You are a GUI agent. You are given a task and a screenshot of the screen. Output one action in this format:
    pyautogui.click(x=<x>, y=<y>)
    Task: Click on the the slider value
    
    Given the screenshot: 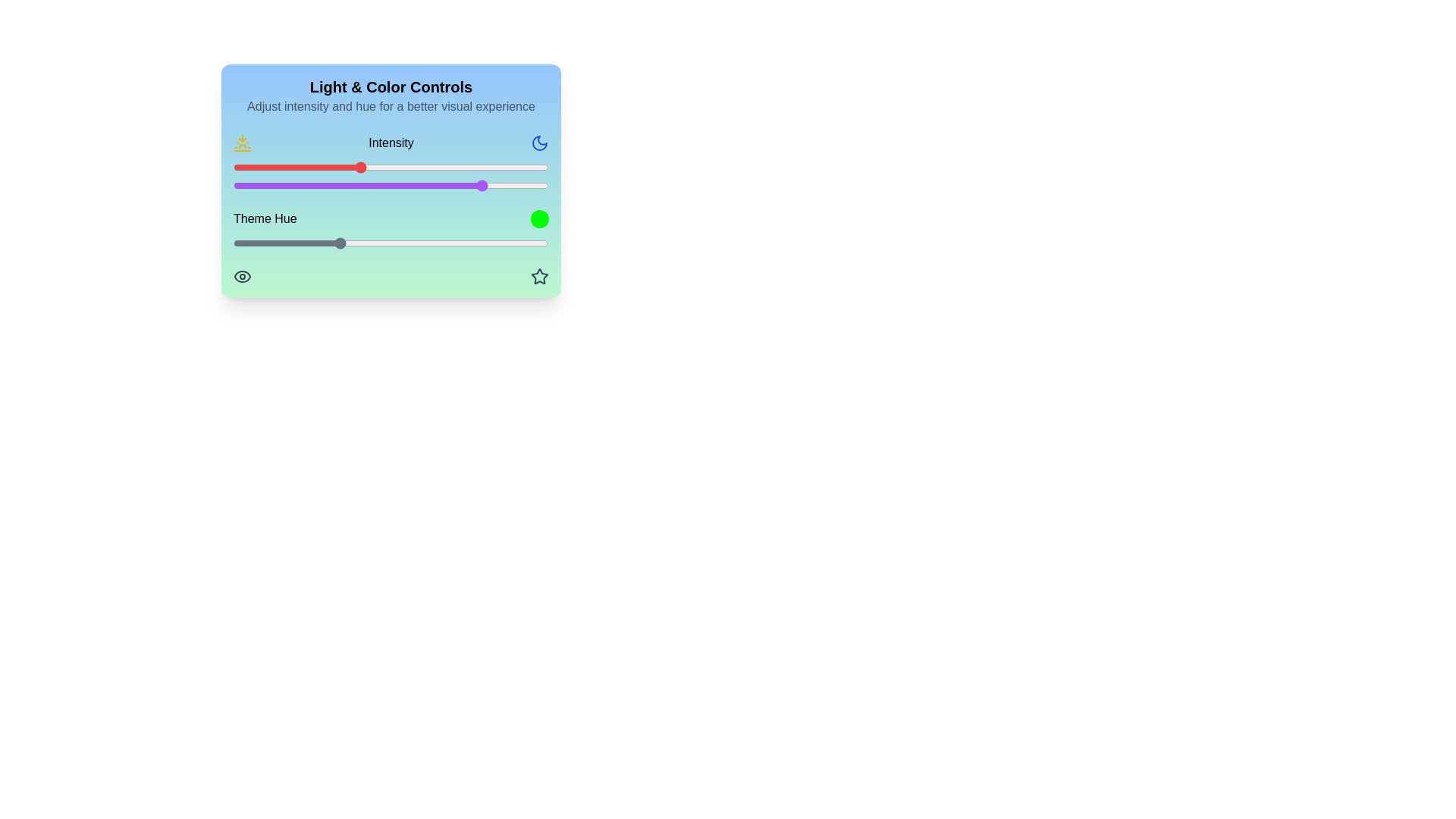 What is the action you would take?
    pyautogui.click(x=291, y=242)
    